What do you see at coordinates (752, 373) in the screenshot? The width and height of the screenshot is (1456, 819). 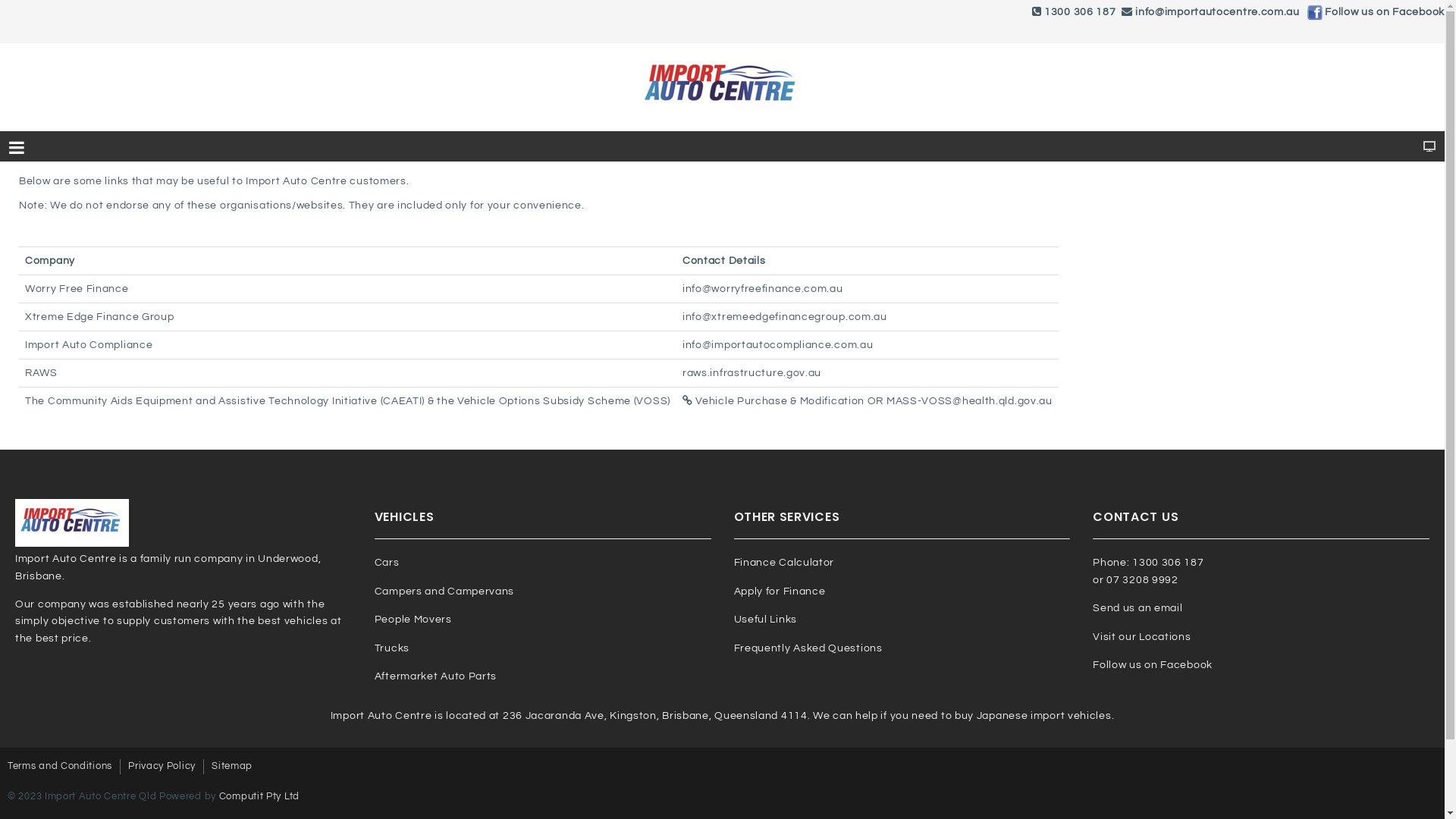 I see `'raws.infrastructure.gov.au'` at bounding box center [752, 373].